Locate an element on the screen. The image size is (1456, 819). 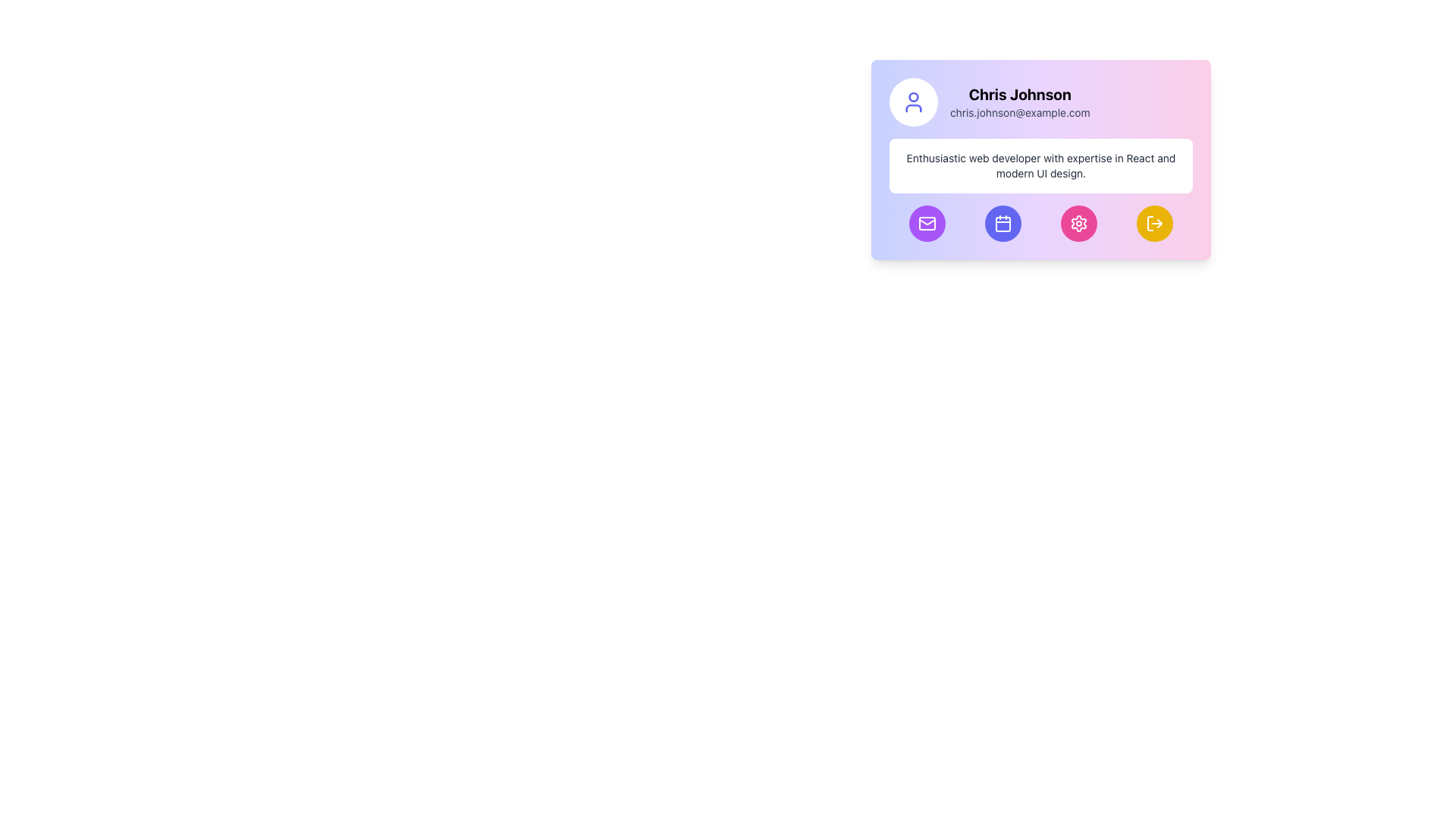
the Information Display element which shows a circular user icon and user details including 'Chris Johnson' and 'chris.johnson@example.com' is located at coordinates (1040, 102).